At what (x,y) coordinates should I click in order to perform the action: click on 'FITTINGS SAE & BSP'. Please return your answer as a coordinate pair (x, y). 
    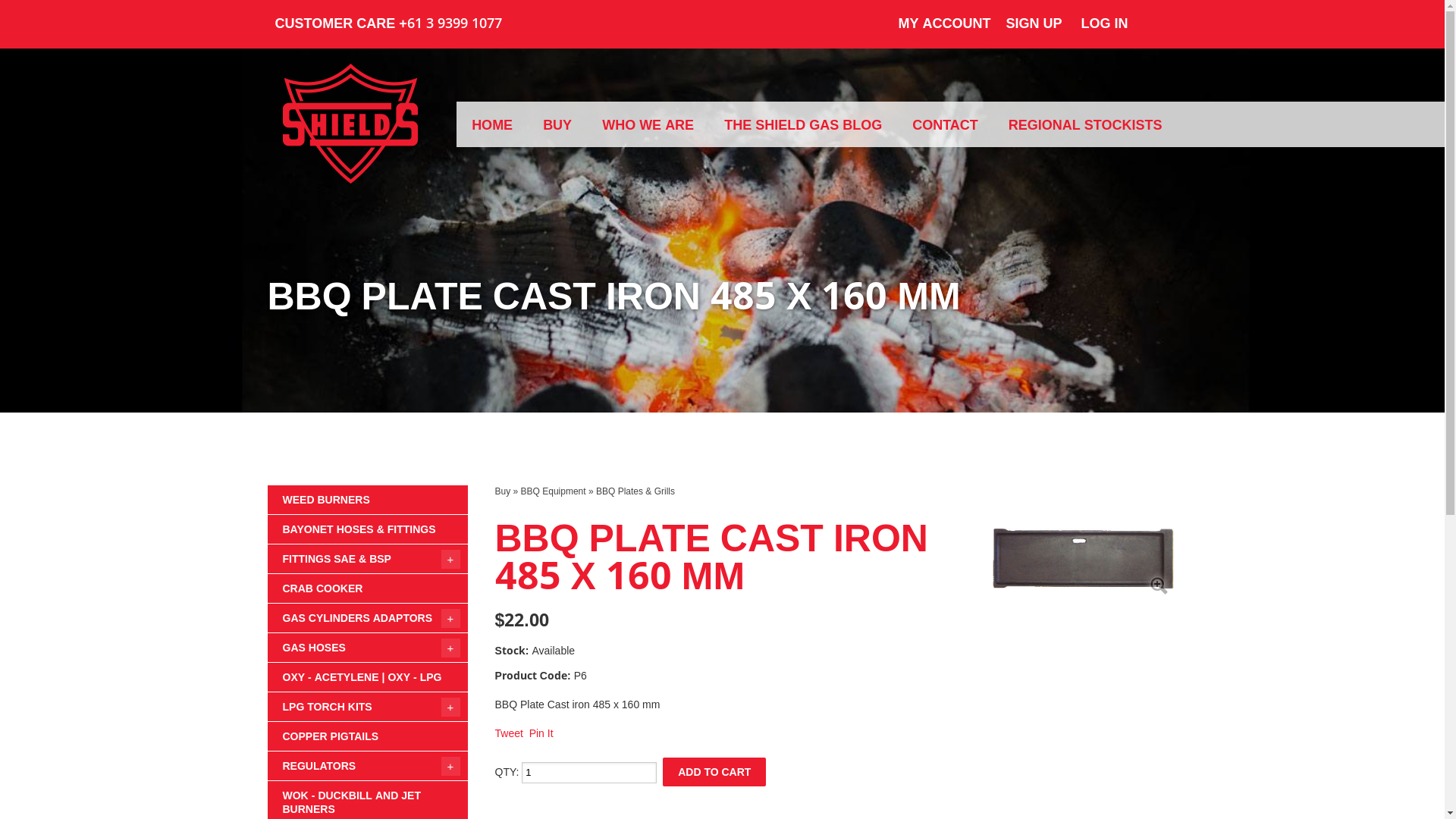
    Looking at the image, I should click on (367, 558).